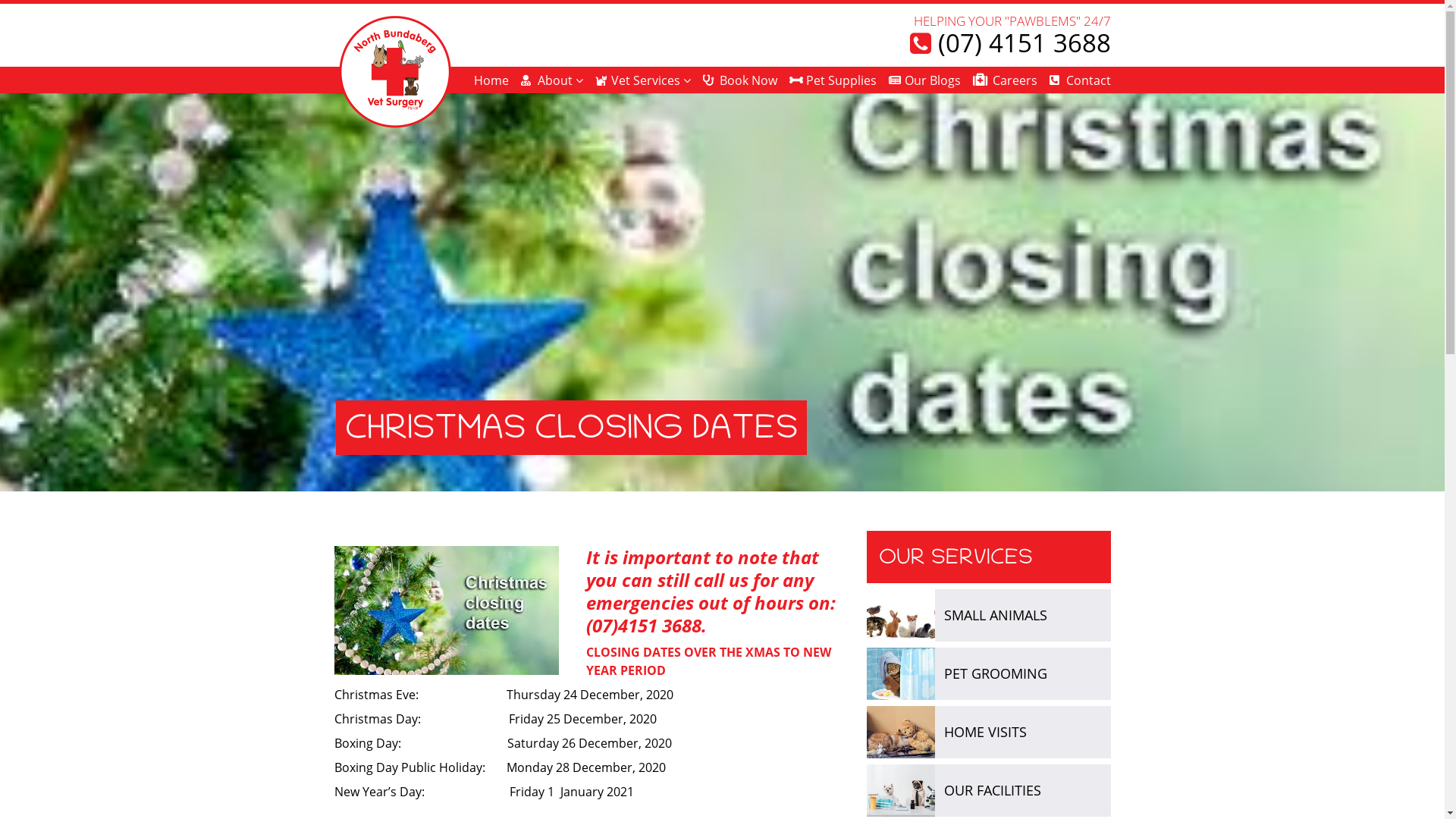  Describe the element at coordinates (643, 80) in the screenshot. I see `'Vet Services'` at that location.